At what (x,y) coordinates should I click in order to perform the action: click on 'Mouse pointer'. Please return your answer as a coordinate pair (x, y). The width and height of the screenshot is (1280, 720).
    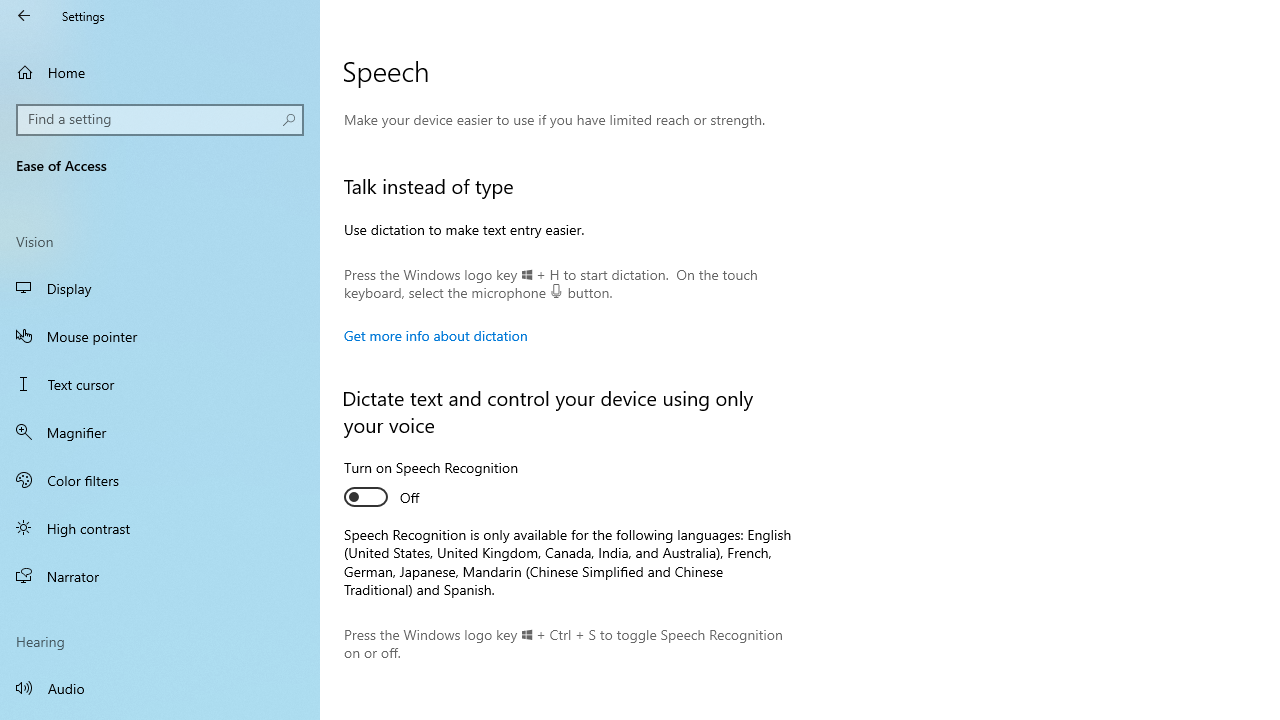
    Looking at the image, I should click on (160, 334).